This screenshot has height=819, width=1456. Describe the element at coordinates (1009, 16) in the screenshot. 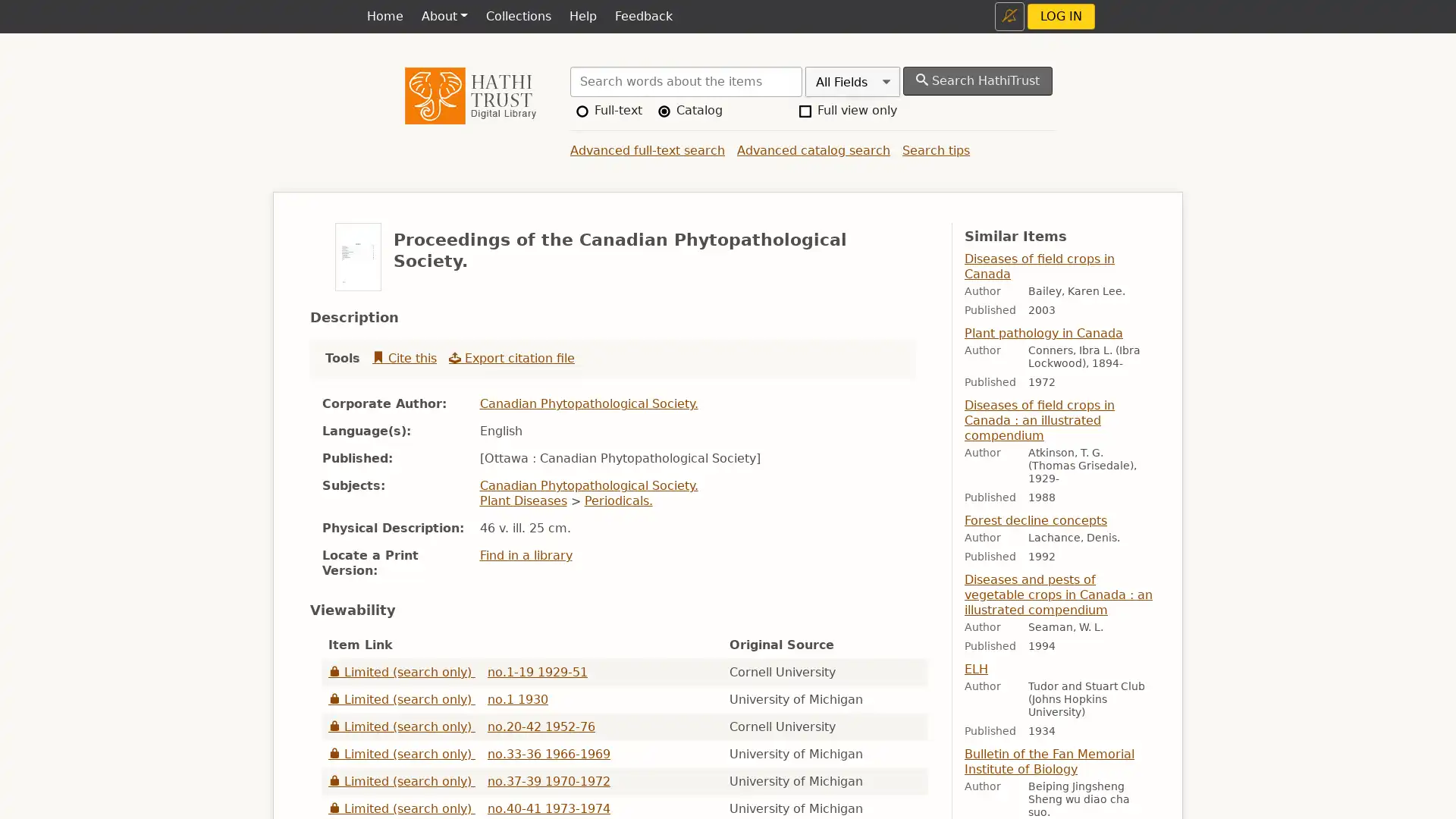

I see `Toggle Notifications` at that location.